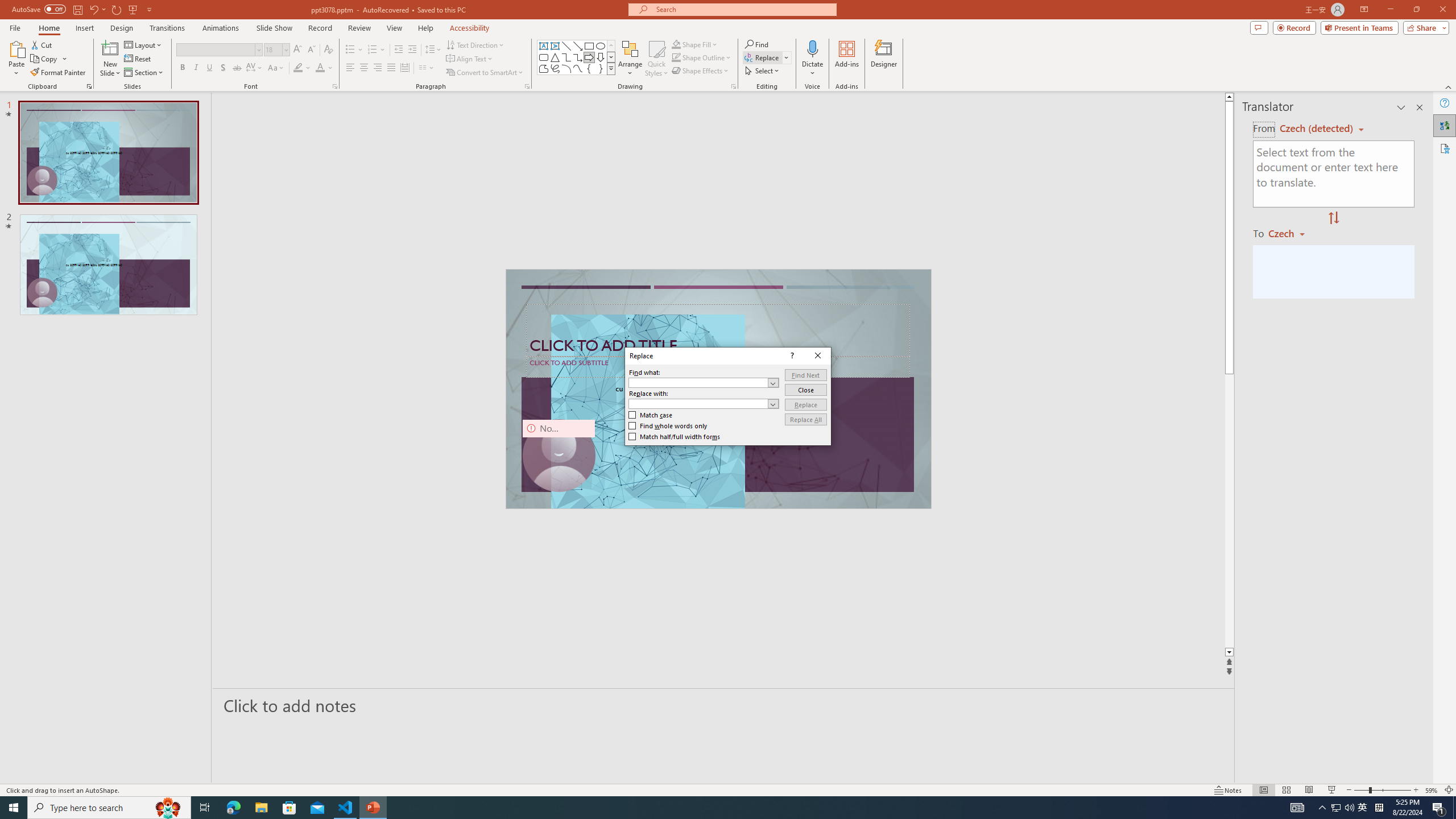 The width and height of the screenshot is (1456, 819). What do you see at coordinates (703, 403) in the screenshot?
I see `'Replace with'` at bounding box center [703, 403].